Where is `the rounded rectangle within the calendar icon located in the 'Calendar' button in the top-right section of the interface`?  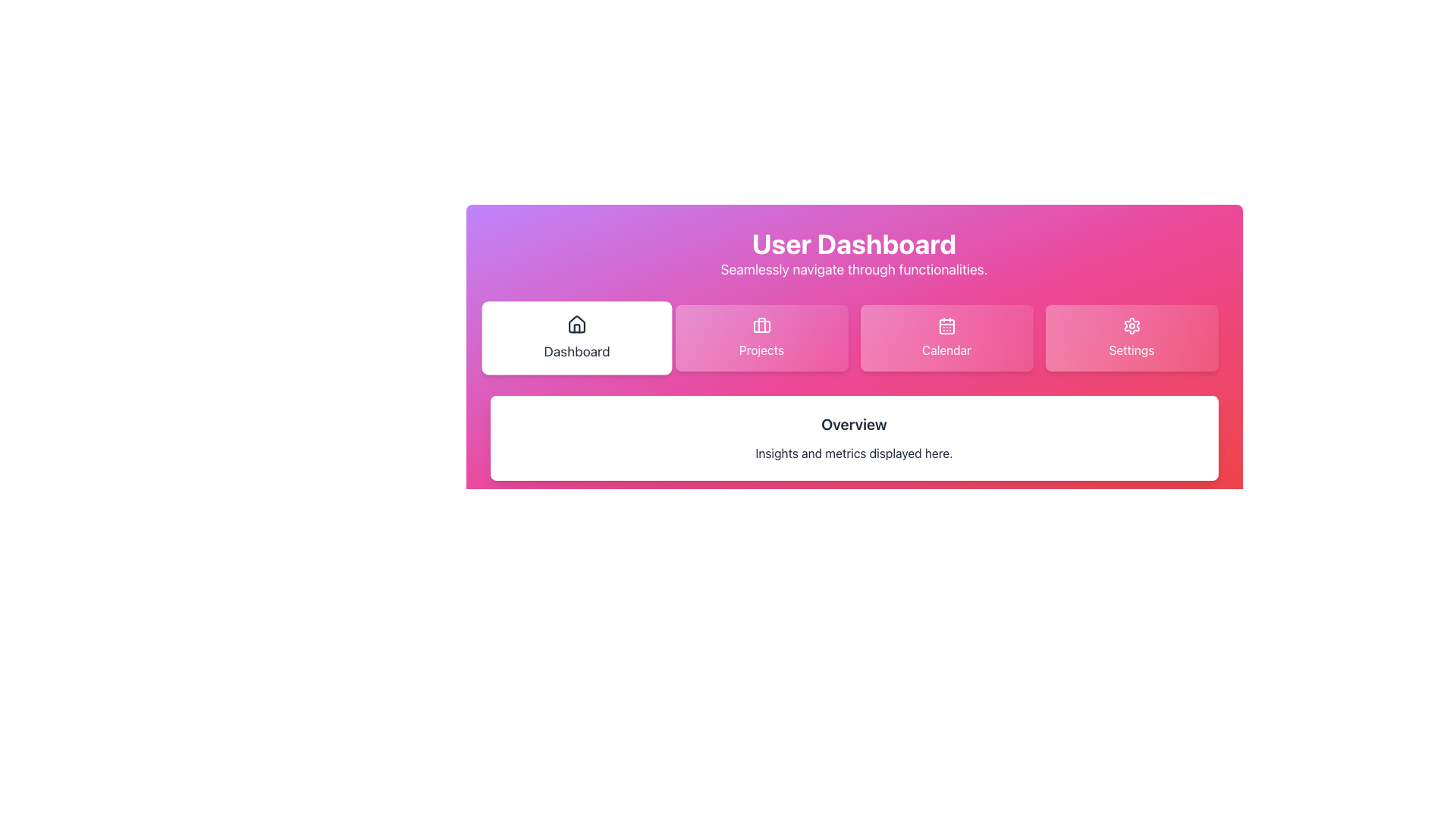
the rounded rectangle within the calendar icon located in the 'Calendar' button in the top-right section of the interface is located at coordinates (946, 326).